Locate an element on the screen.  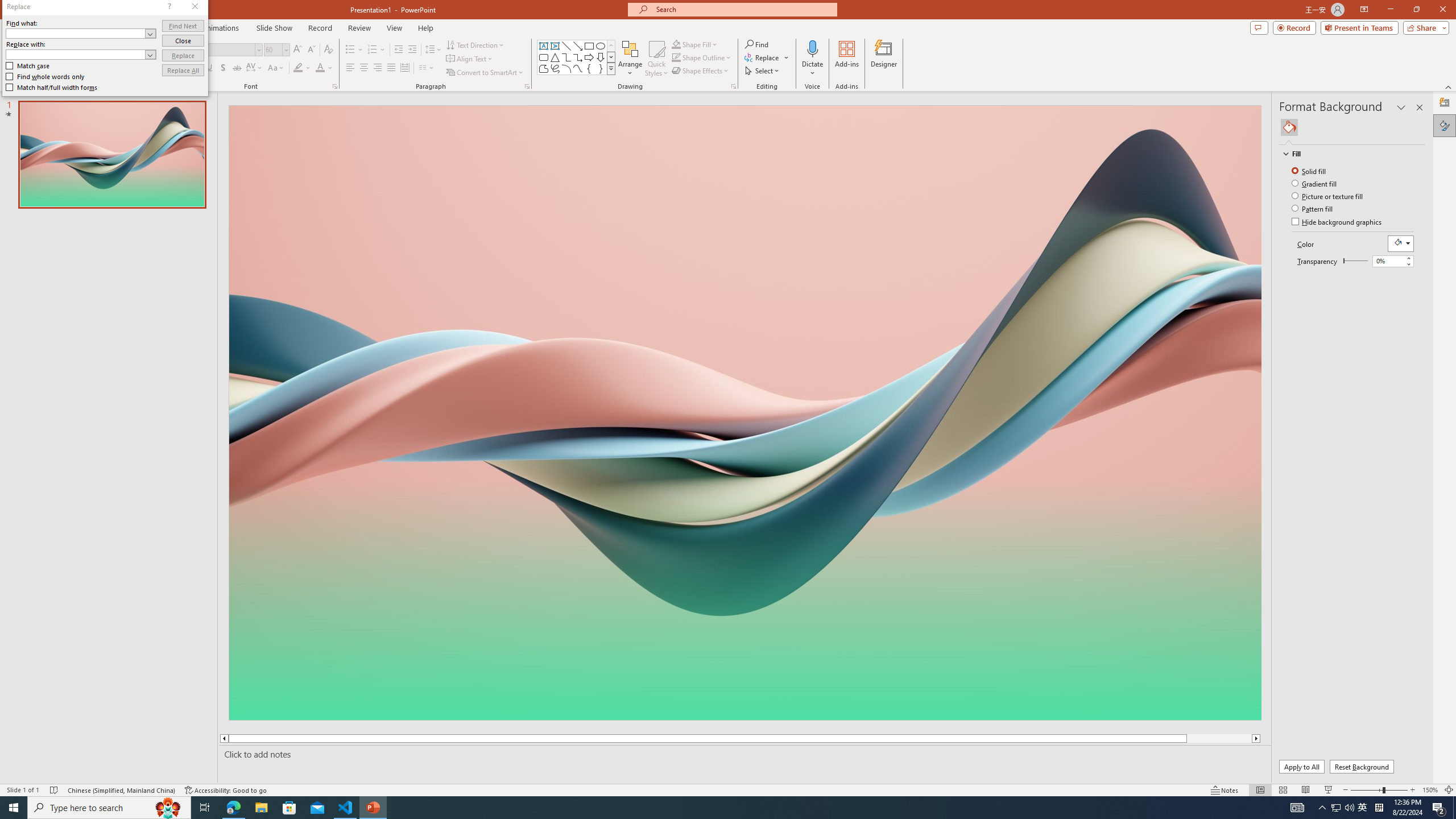
'Class: NetUIGalleryContainer' is located at coordinates (1352, 126).